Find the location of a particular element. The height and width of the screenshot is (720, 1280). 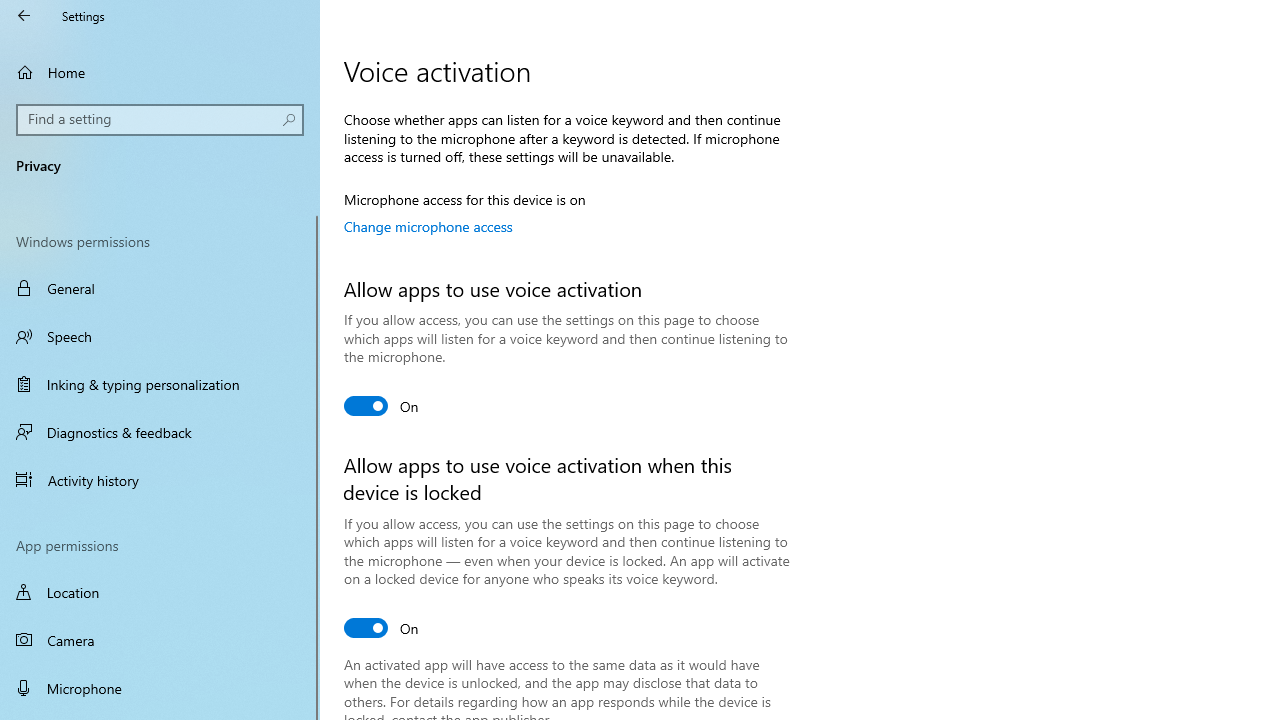

'Activity history' is located at coordinates (160, 479).